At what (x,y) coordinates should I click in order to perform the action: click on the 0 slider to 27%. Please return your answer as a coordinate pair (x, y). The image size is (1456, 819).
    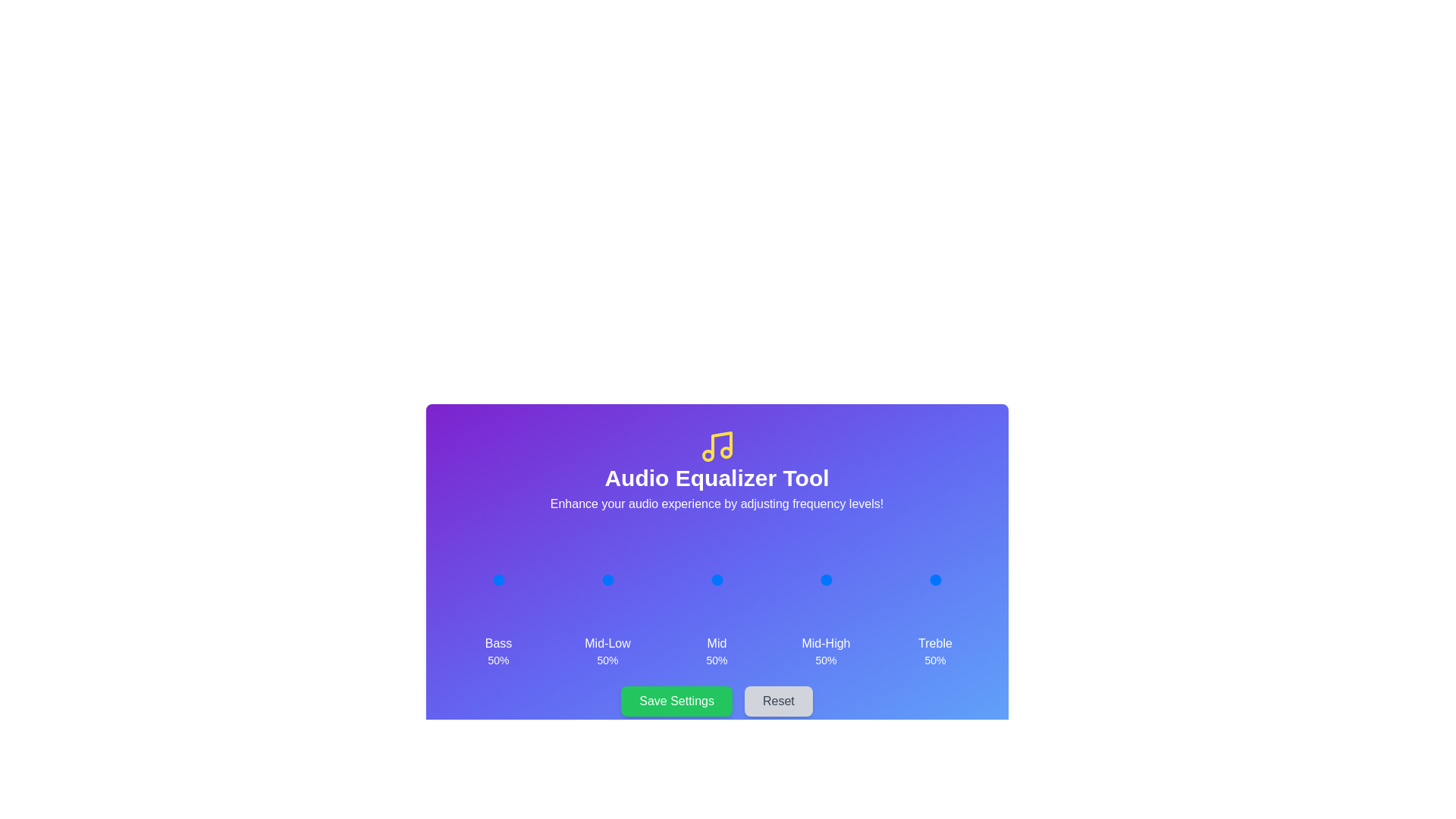
    Looking at the image, I should click on (487, 579).